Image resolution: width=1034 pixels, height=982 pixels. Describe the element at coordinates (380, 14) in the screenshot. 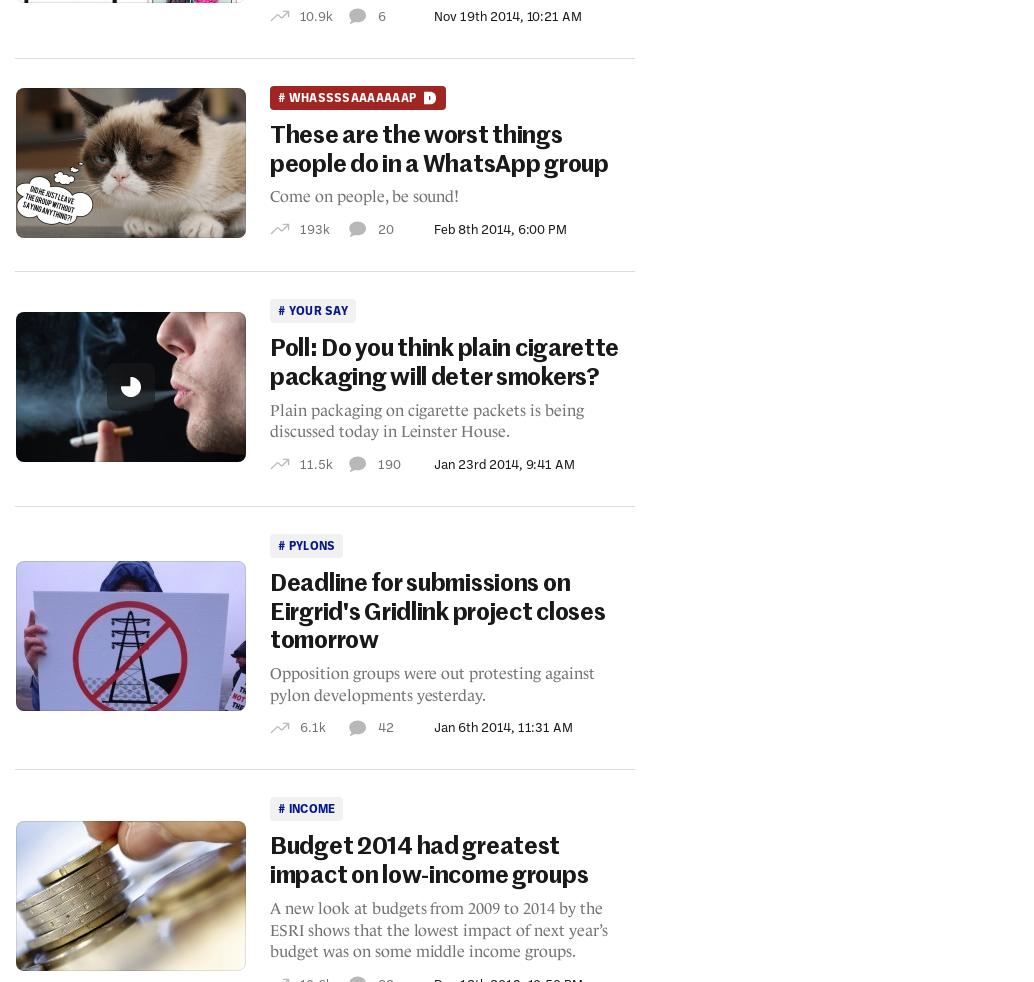

I see `'6'` at that location.